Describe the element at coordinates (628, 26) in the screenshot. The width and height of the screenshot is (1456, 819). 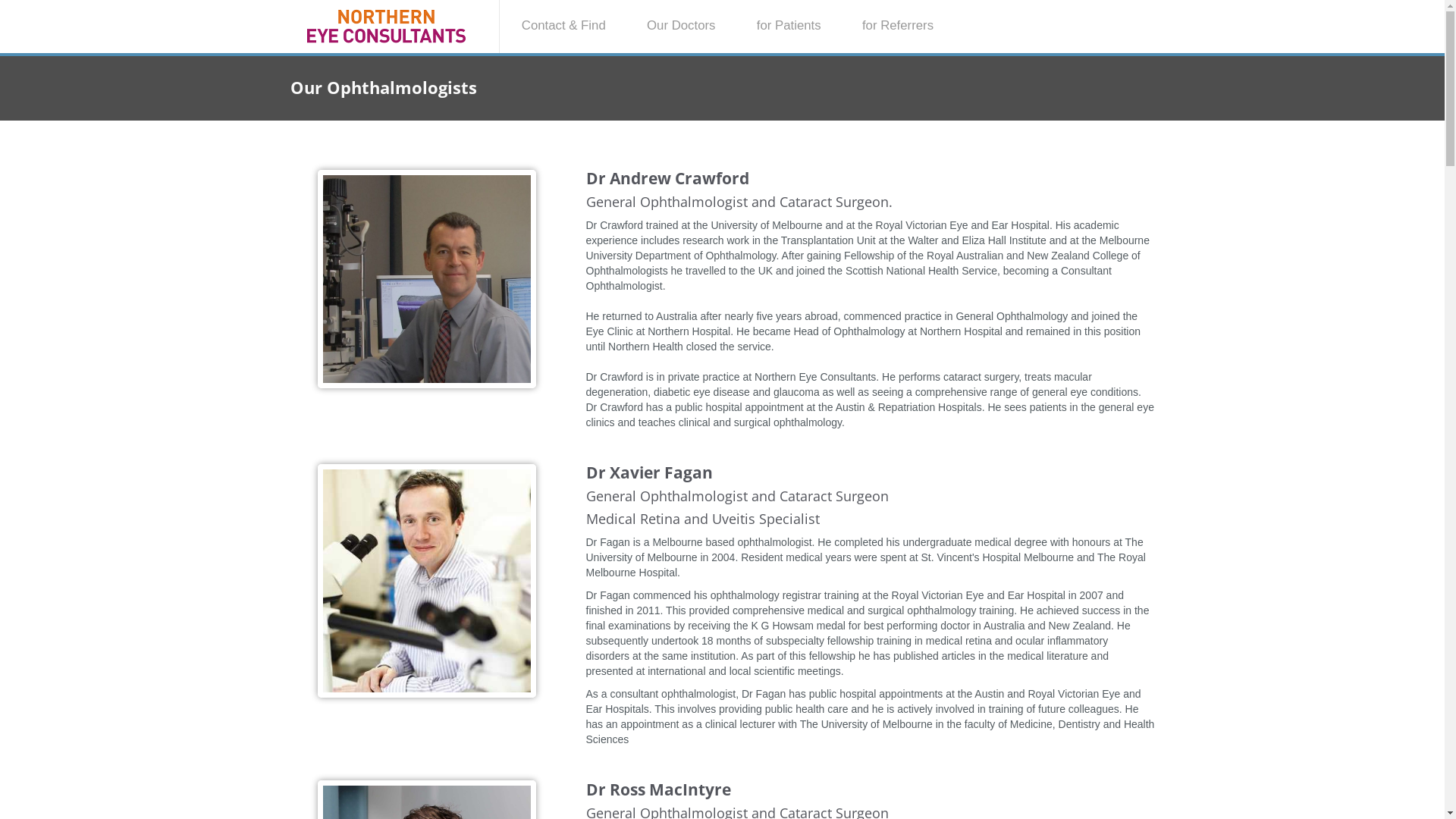
I see `'Our Doctors'` at that location.